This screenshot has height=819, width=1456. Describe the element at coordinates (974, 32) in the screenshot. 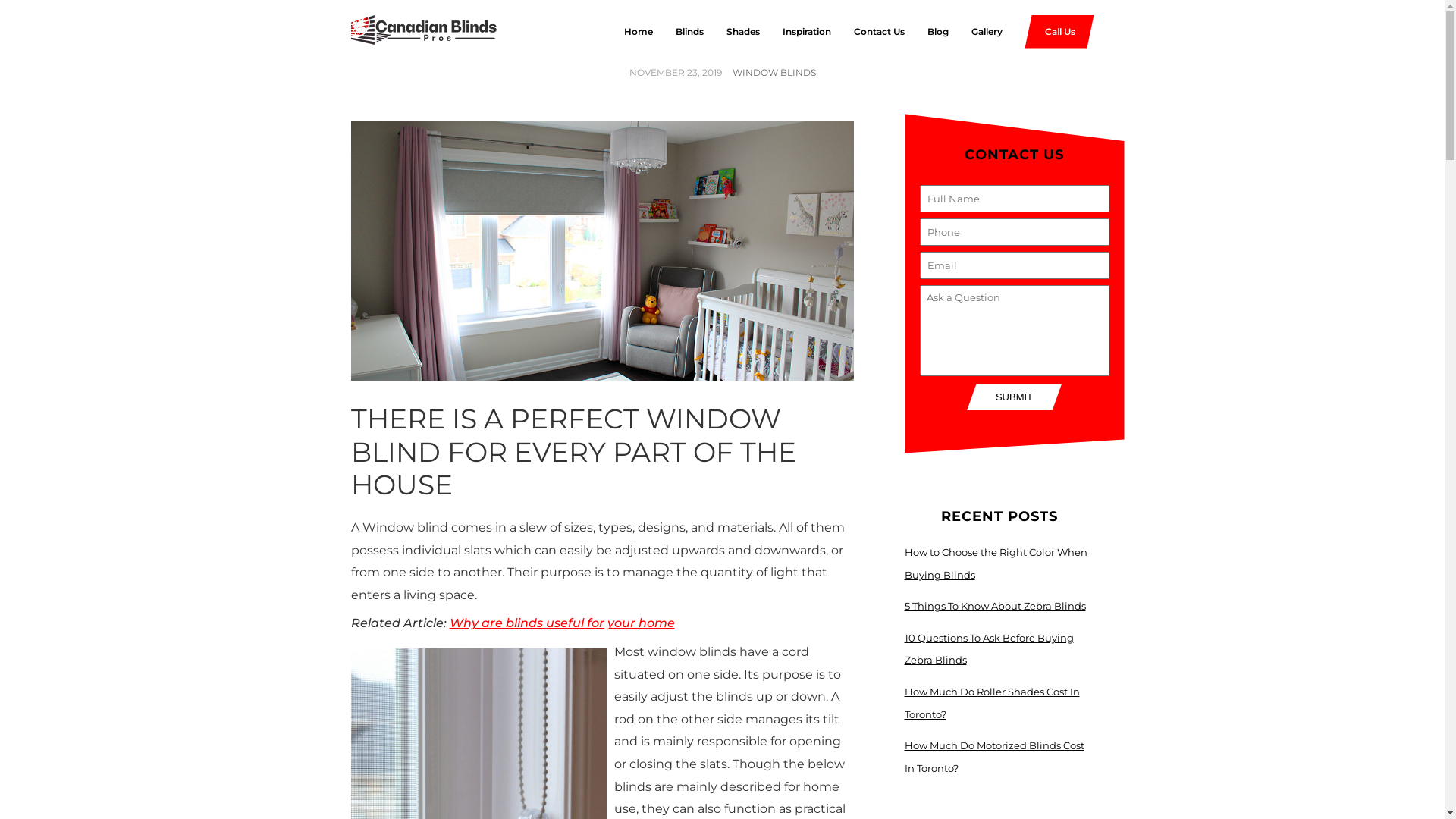

I see `'Gallery'` at that location.